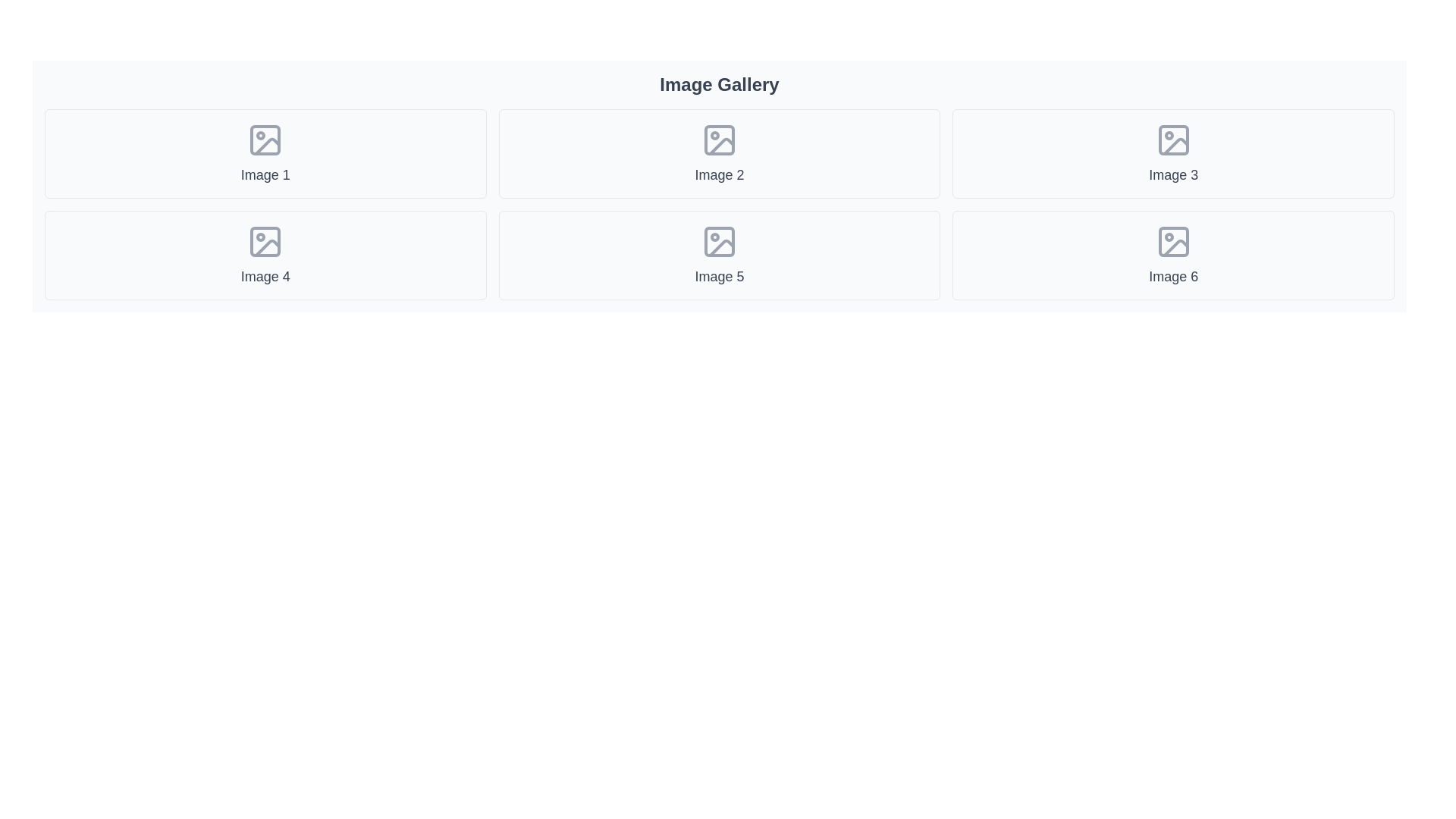 The height and width of the screenshot is (819, 1456). What do you see at coordinates (719, 241) in the screenshot?
I see `the square icon resembling a generic image placeholder, which has a dot near the top left corner and a diagonal line across it, located in the fifth item of a 2x3 grid structure labeled 'Image 5'` at bounding box center [719, 241].